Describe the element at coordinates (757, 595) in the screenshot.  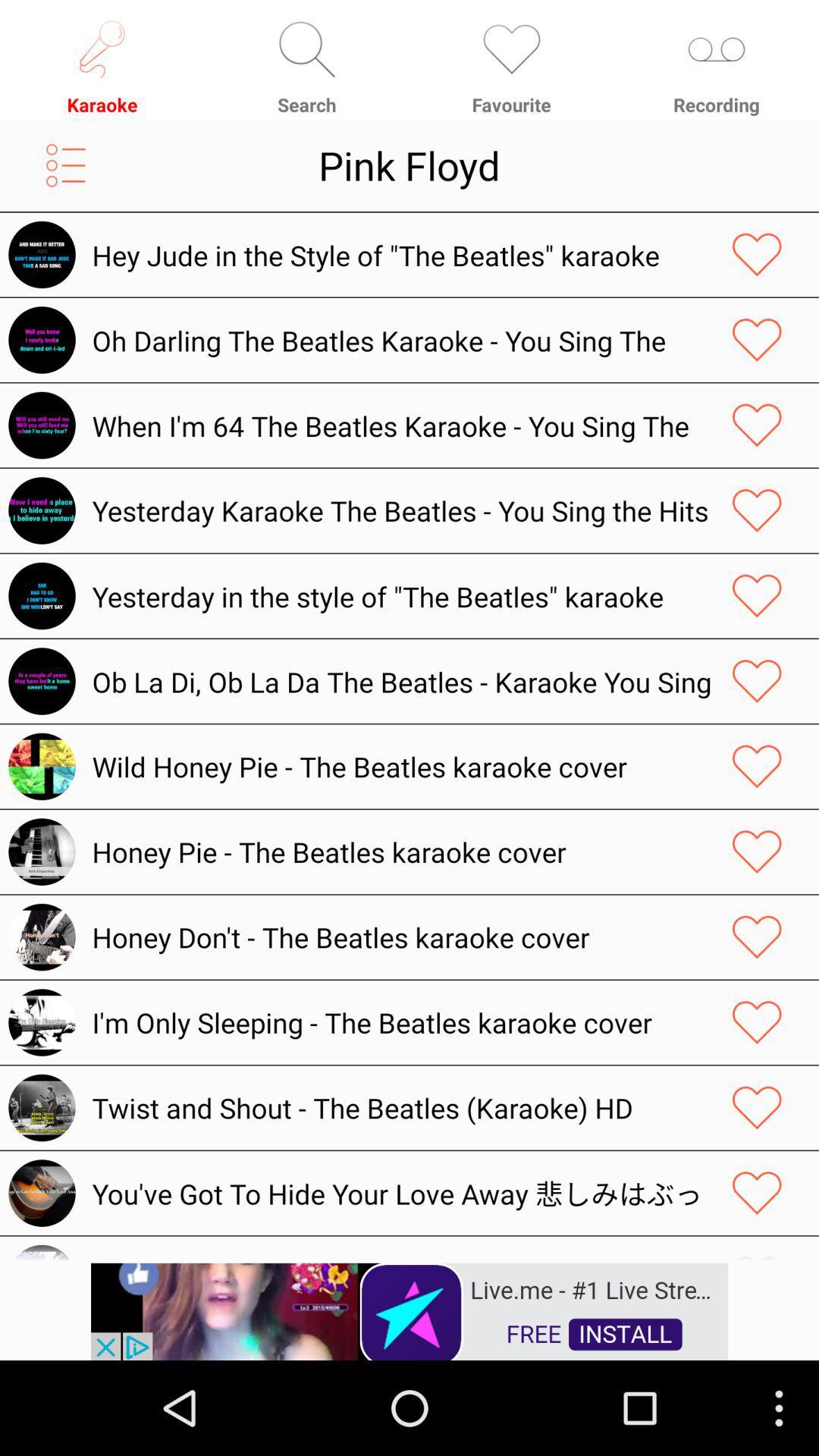
I see `like to music` at that location.